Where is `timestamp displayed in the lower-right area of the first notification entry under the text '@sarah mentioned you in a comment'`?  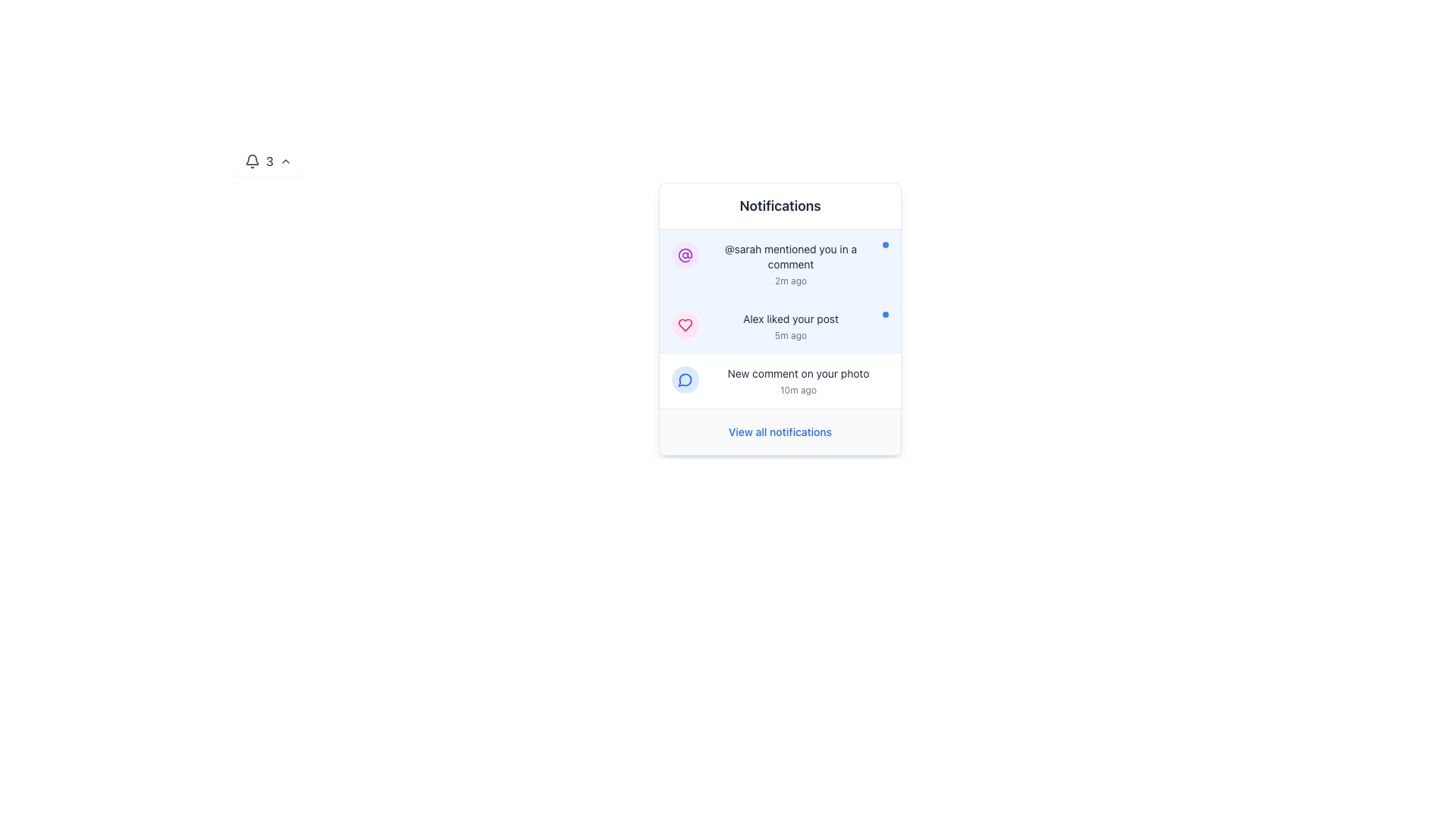
timestamp displayed in the lower-right area of the first notification entry under the text '@sarah mentioned you in a comment' is located at coordinates (789, 281).